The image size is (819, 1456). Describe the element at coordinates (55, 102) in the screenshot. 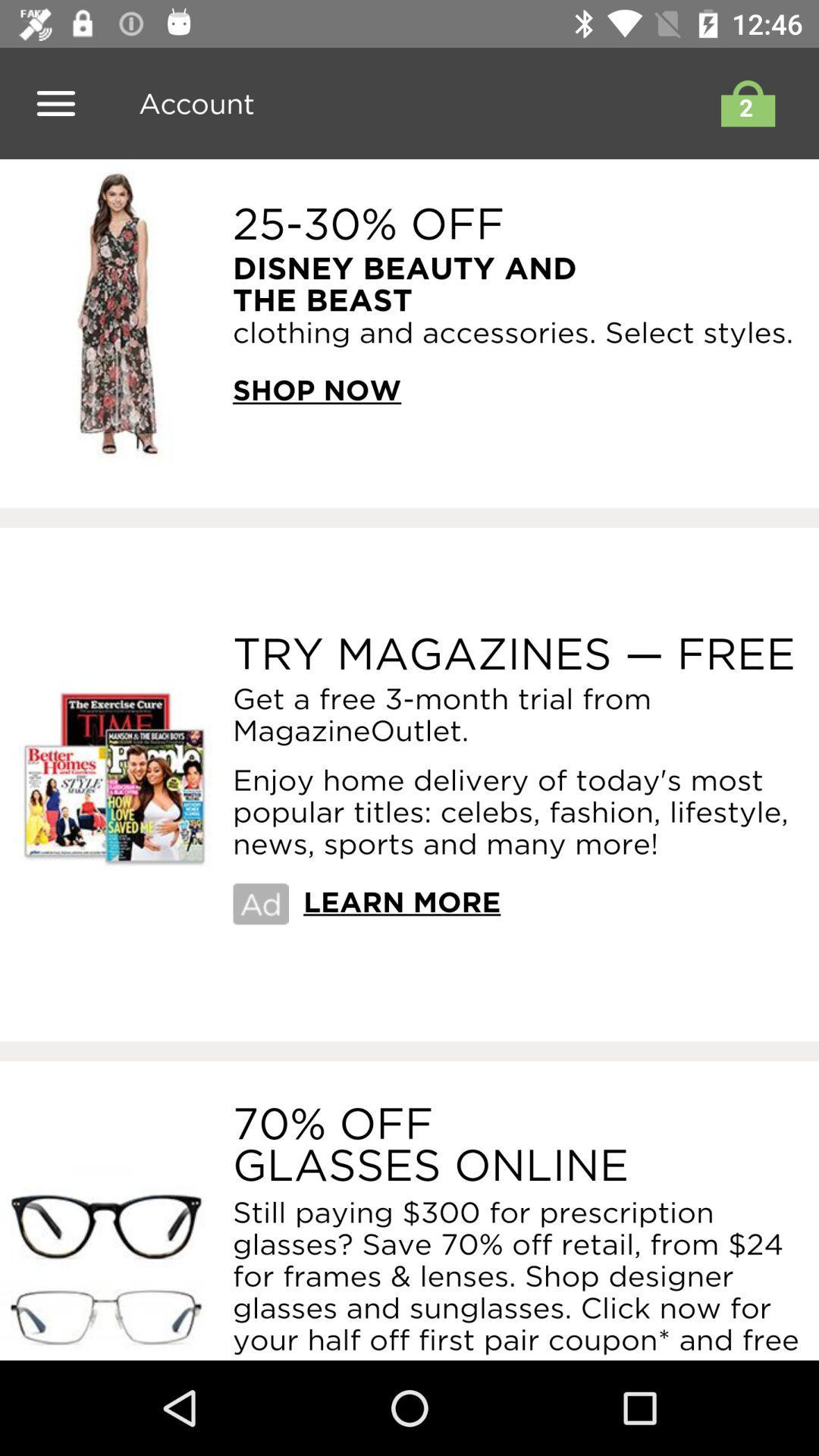

I see `the menu icon` at that location.